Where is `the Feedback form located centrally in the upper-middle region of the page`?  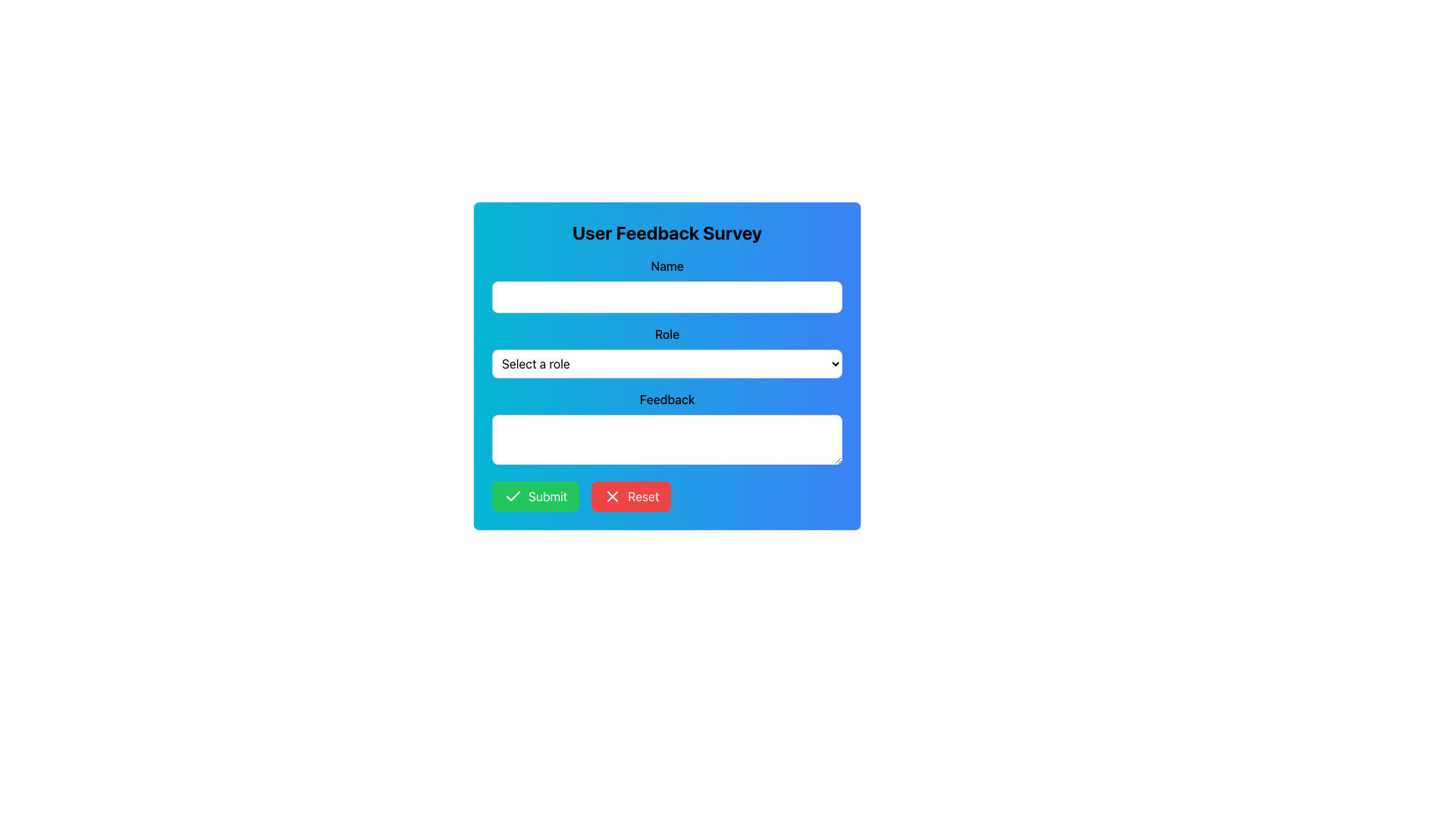 the Feedback form located centrally in the upper-middle region of the page is located at coordinates (667, 366).